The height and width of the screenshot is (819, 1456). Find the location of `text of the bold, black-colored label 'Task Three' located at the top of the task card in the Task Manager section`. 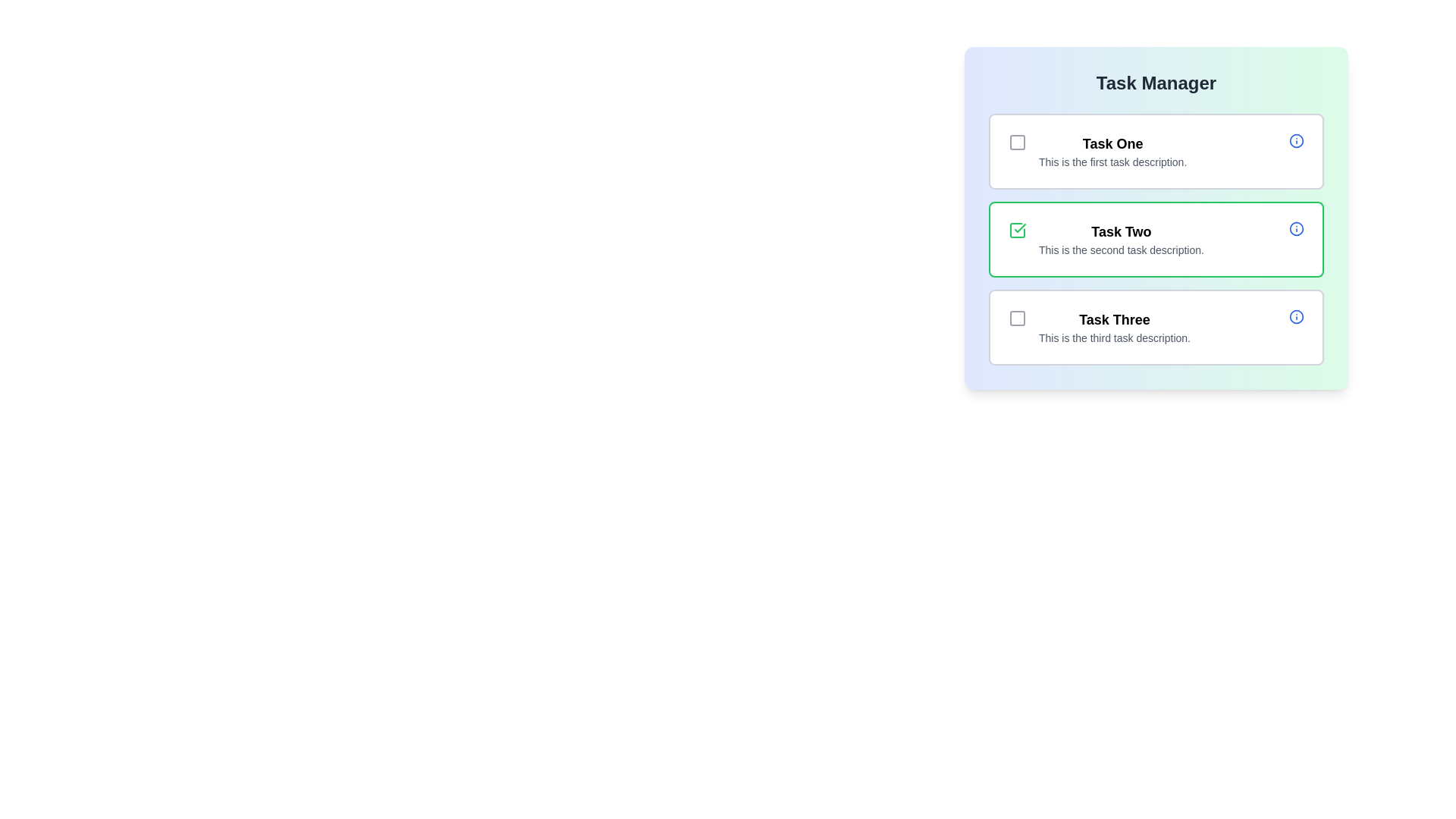

text of the bold, black-colored label 'Task Three' located at the top of the task card in the Task Manager section is located at coordinates (1114, 318).